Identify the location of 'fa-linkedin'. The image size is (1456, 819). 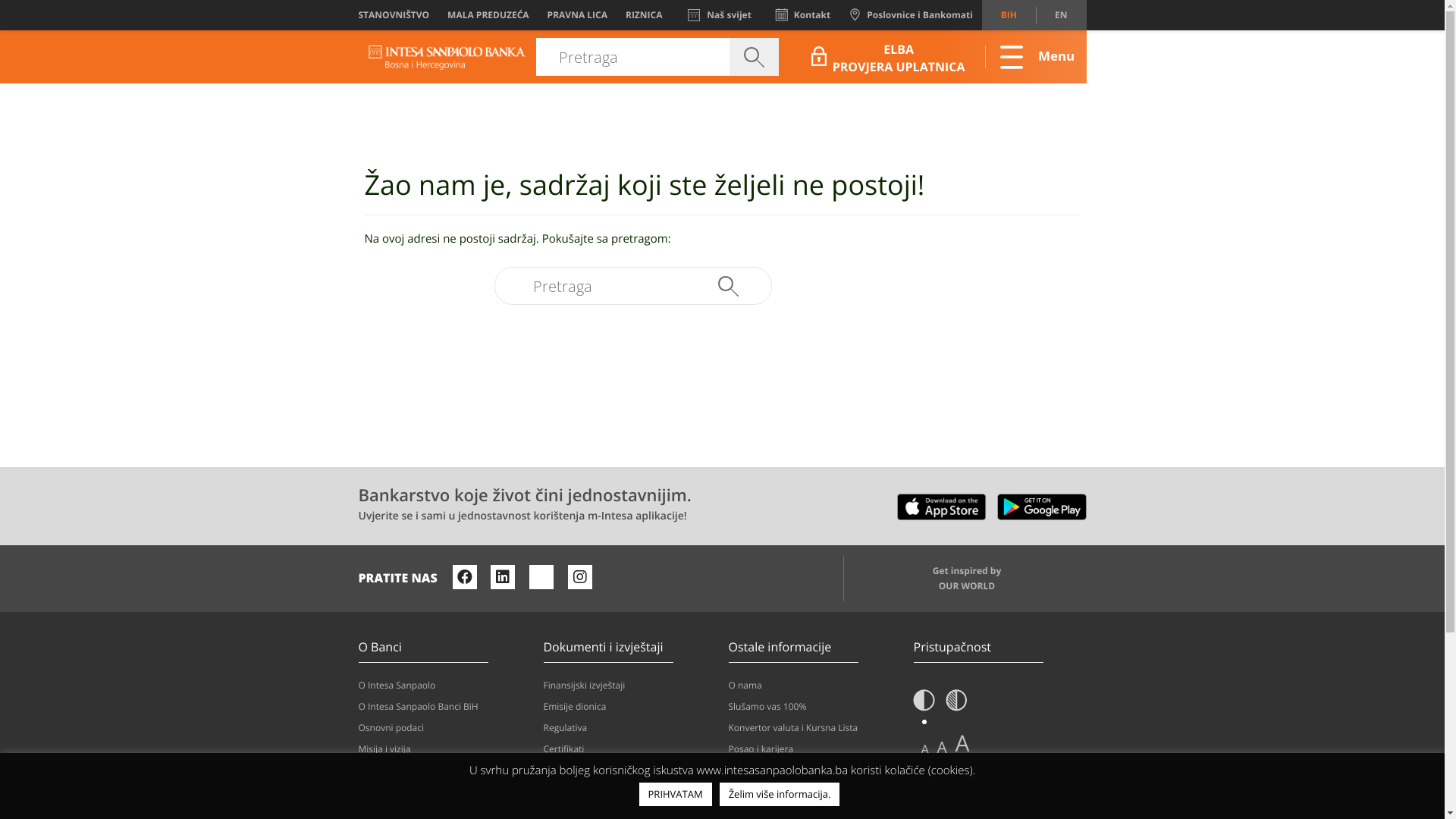
(502, 576).